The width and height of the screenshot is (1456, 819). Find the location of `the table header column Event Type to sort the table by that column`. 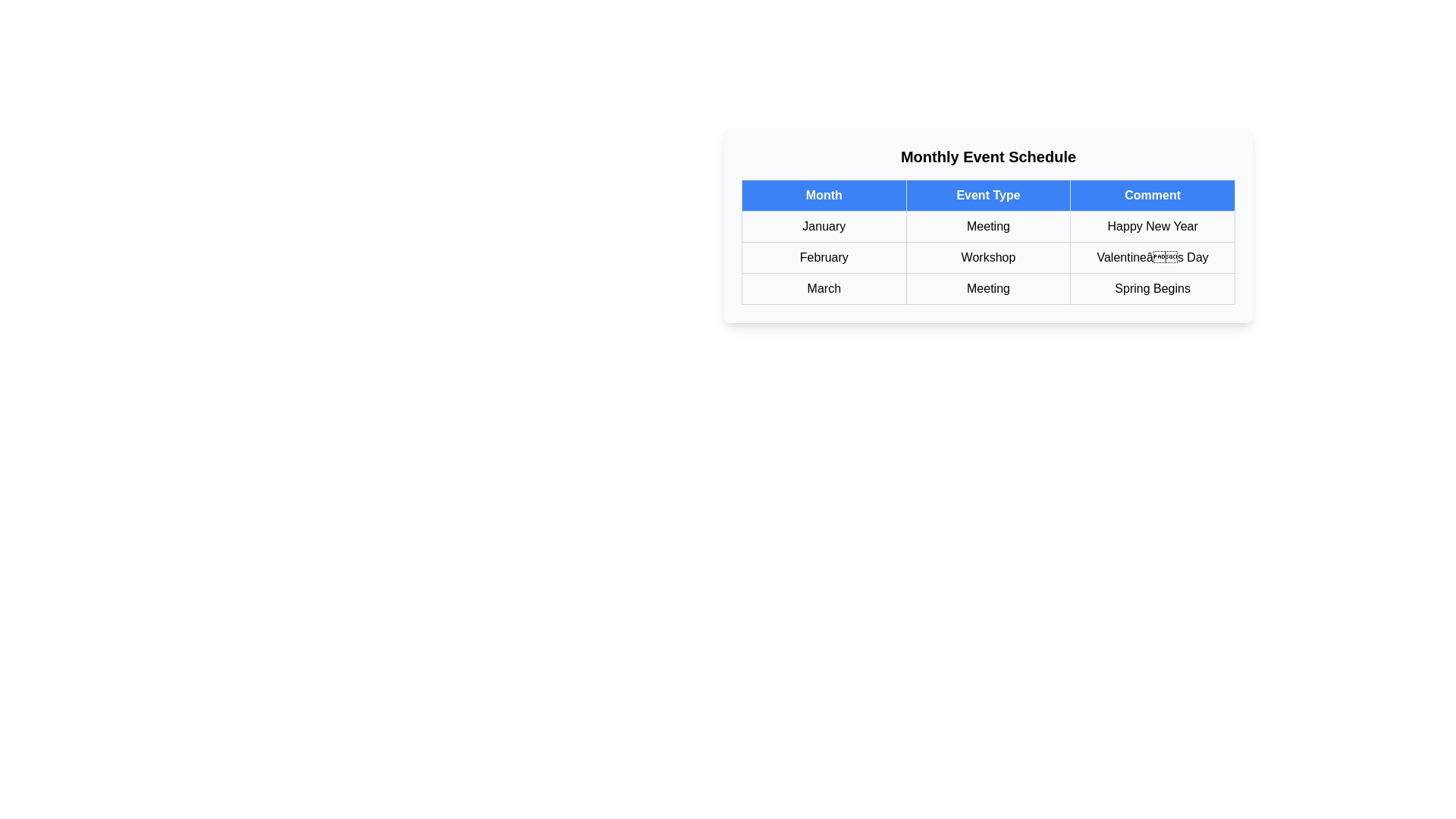

the table header column Event Type to sort the table by that column is located at coordinates (988, 195).